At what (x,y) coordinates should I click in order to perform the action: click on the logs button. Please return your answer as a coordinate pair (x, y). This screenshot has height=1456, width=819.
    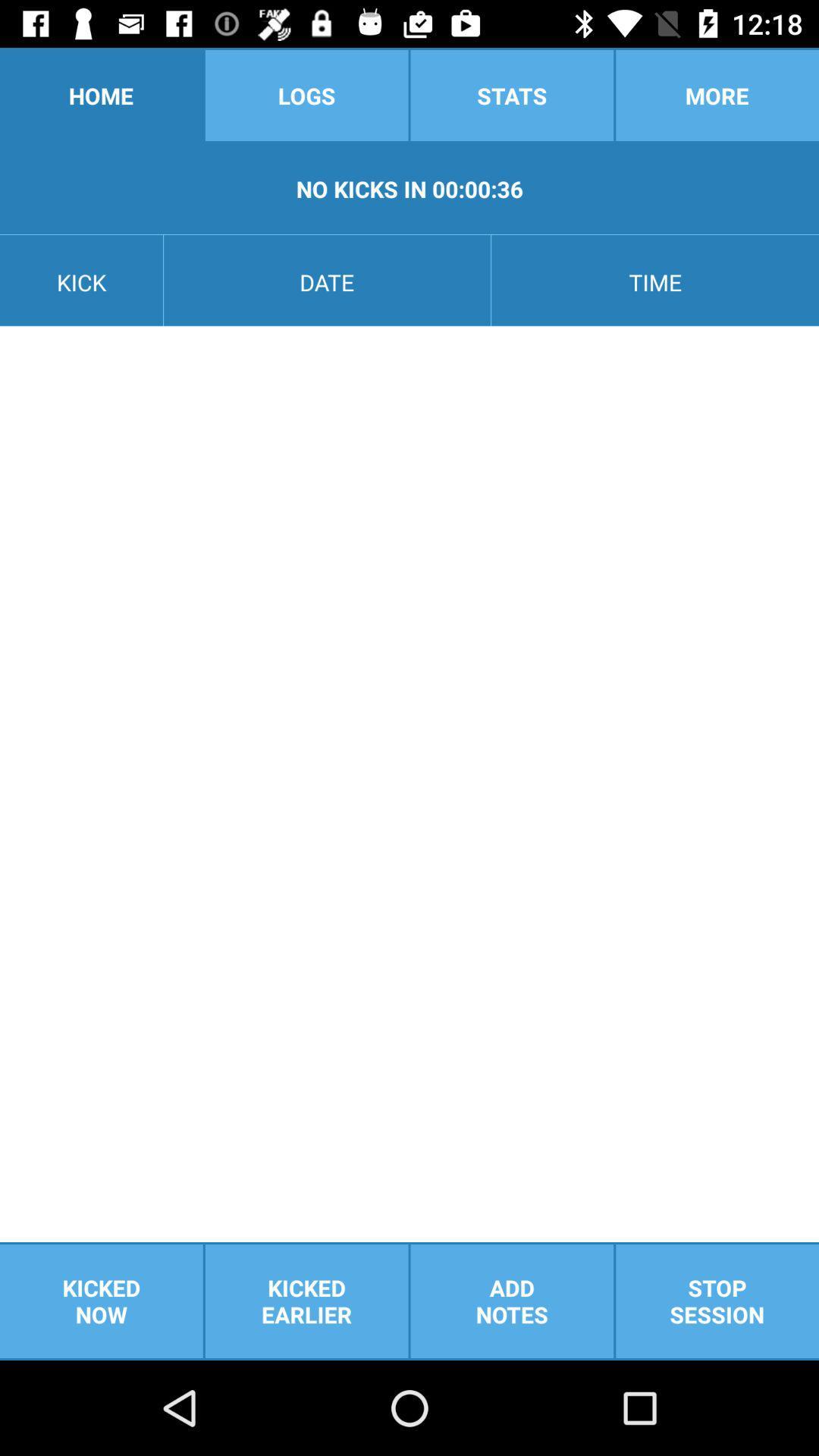
    Looking at the image, I should click on (306, 94).